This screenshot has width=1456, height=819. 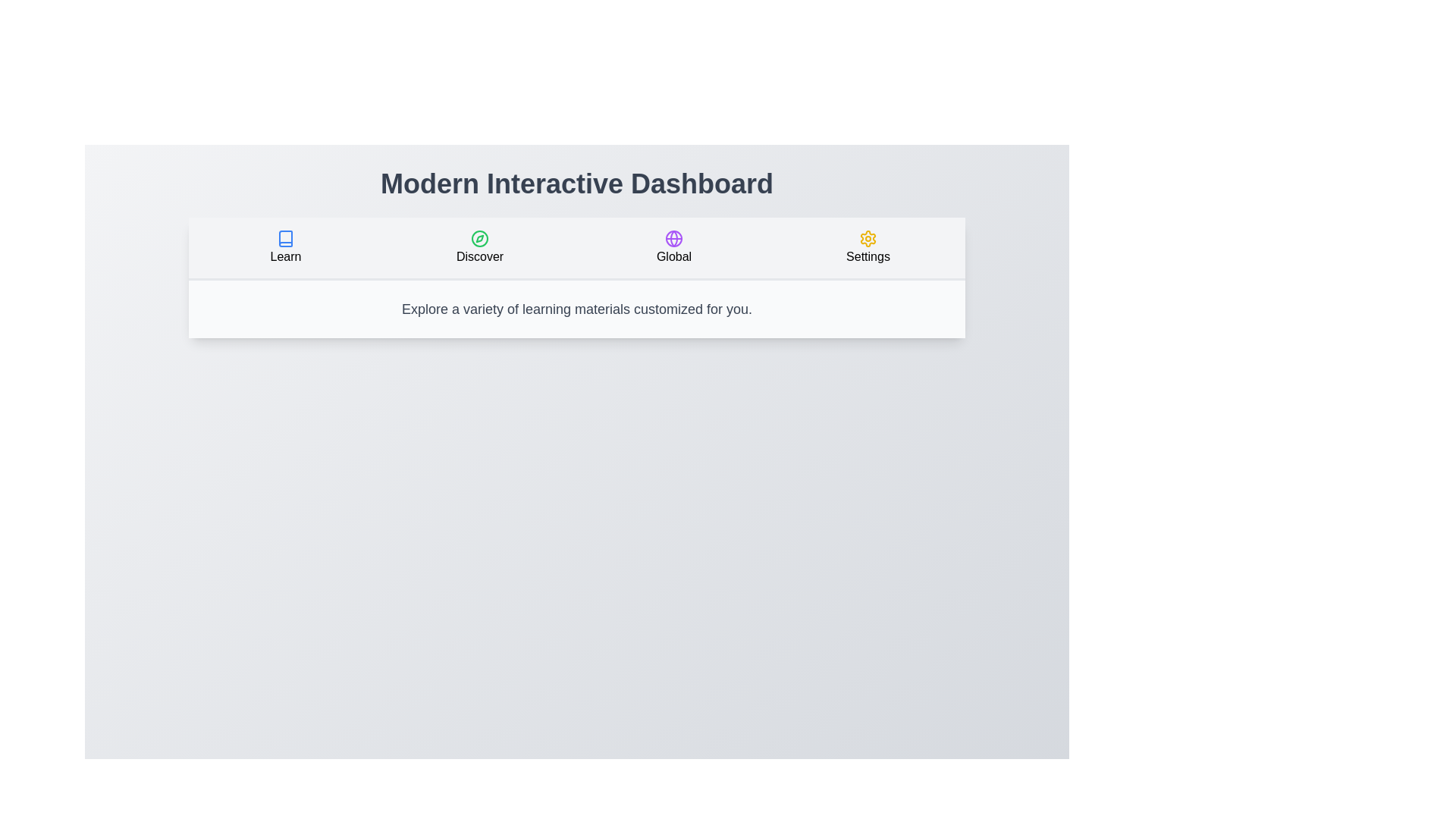 I want to click on the 'Learn' navigation tab button located on the leftmost side of the horizontal navigation bar, so click(x=286, y=247).